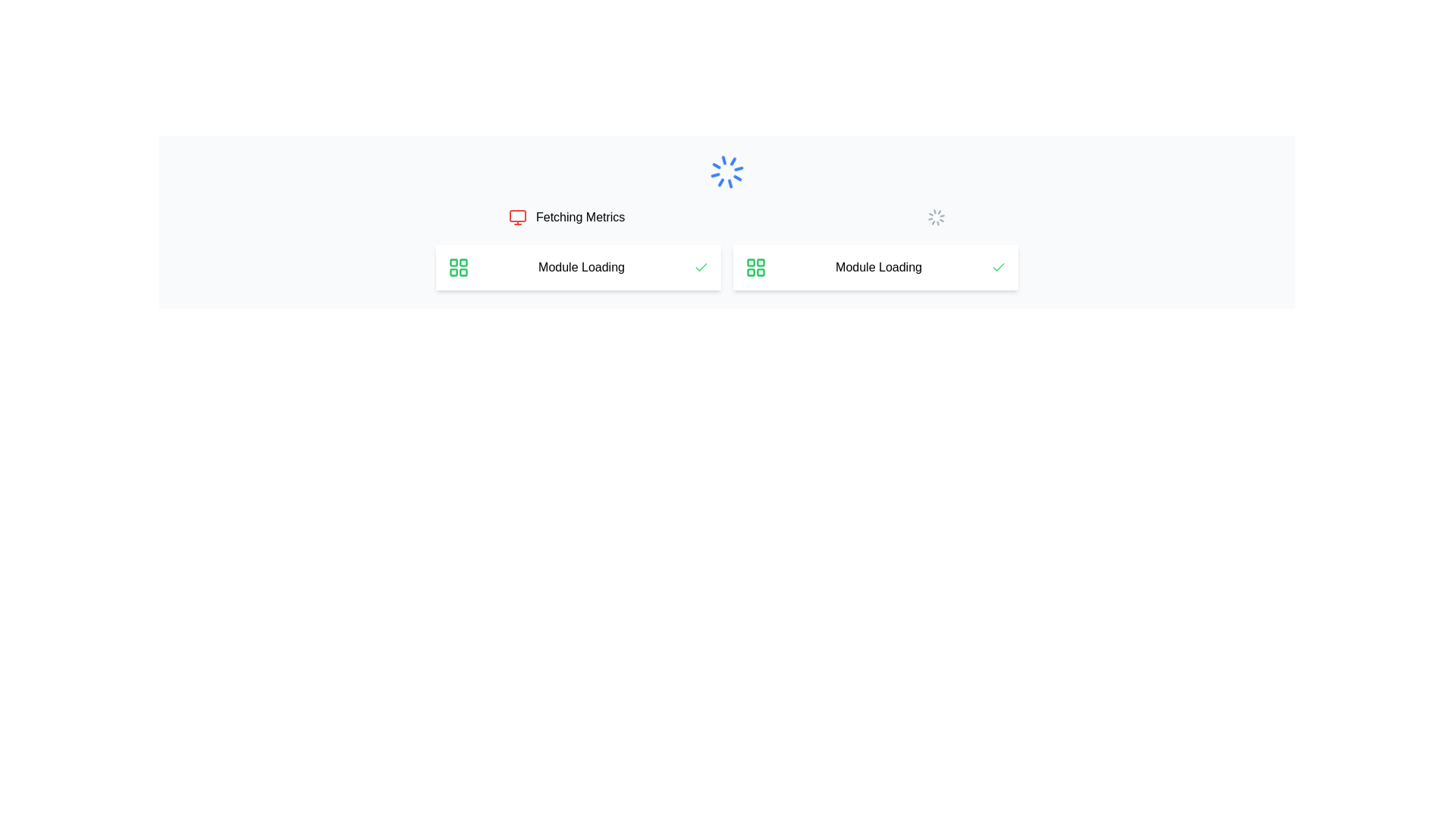 The width and height of the screenshot is (1456, 819). Describe the element at coordinates (998, 265) in the screenshot. I see `the checkmark icon within the SVG that indicates a successful status for the 'Module Loading' process. This icon is located on the right side of the card-like component displaying the corresponding text` at that location.